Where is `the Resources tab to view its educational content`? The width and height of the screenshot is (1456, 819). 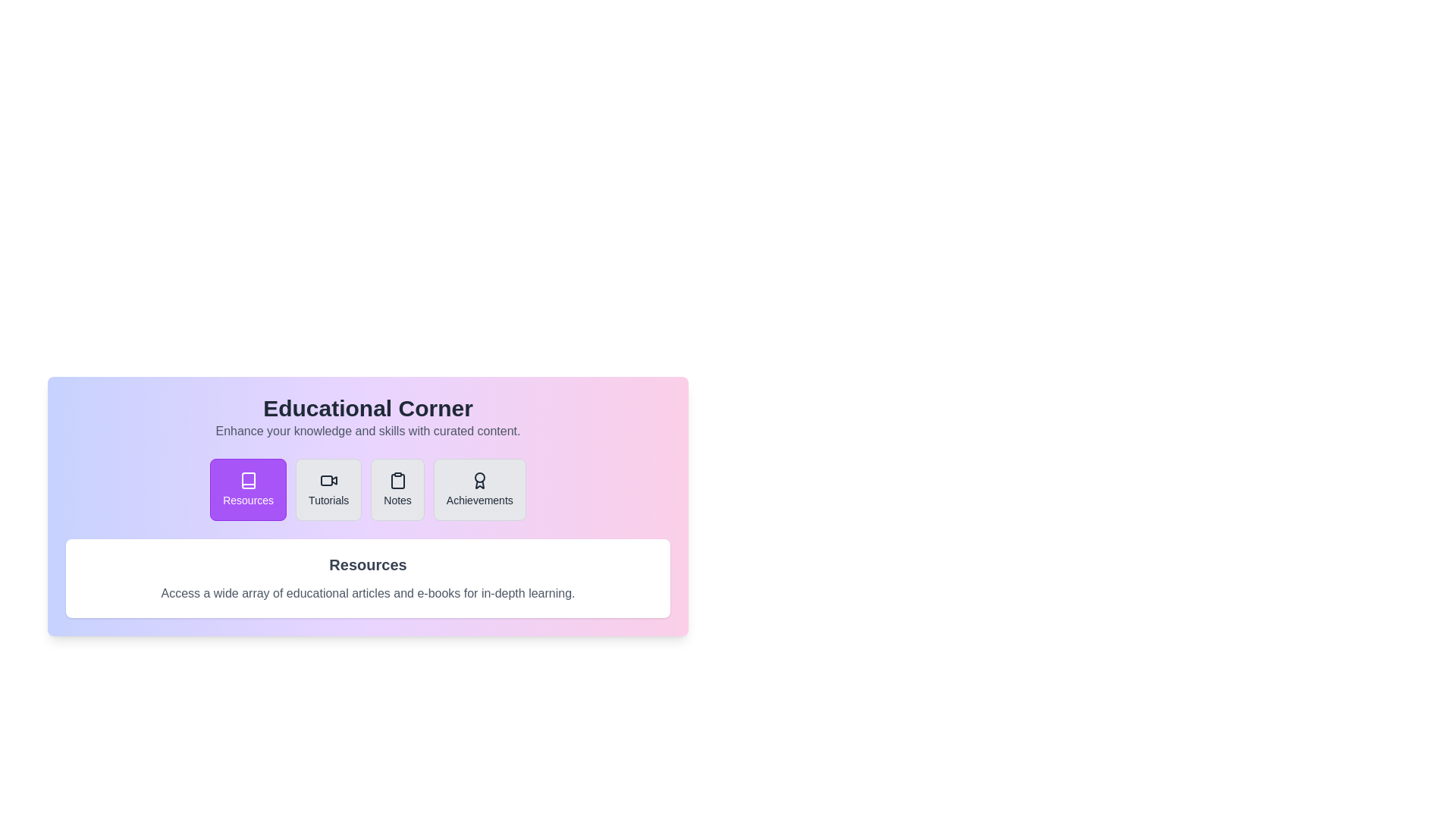
the Resources tab to view its educational content is located at coordinates (248, 489).